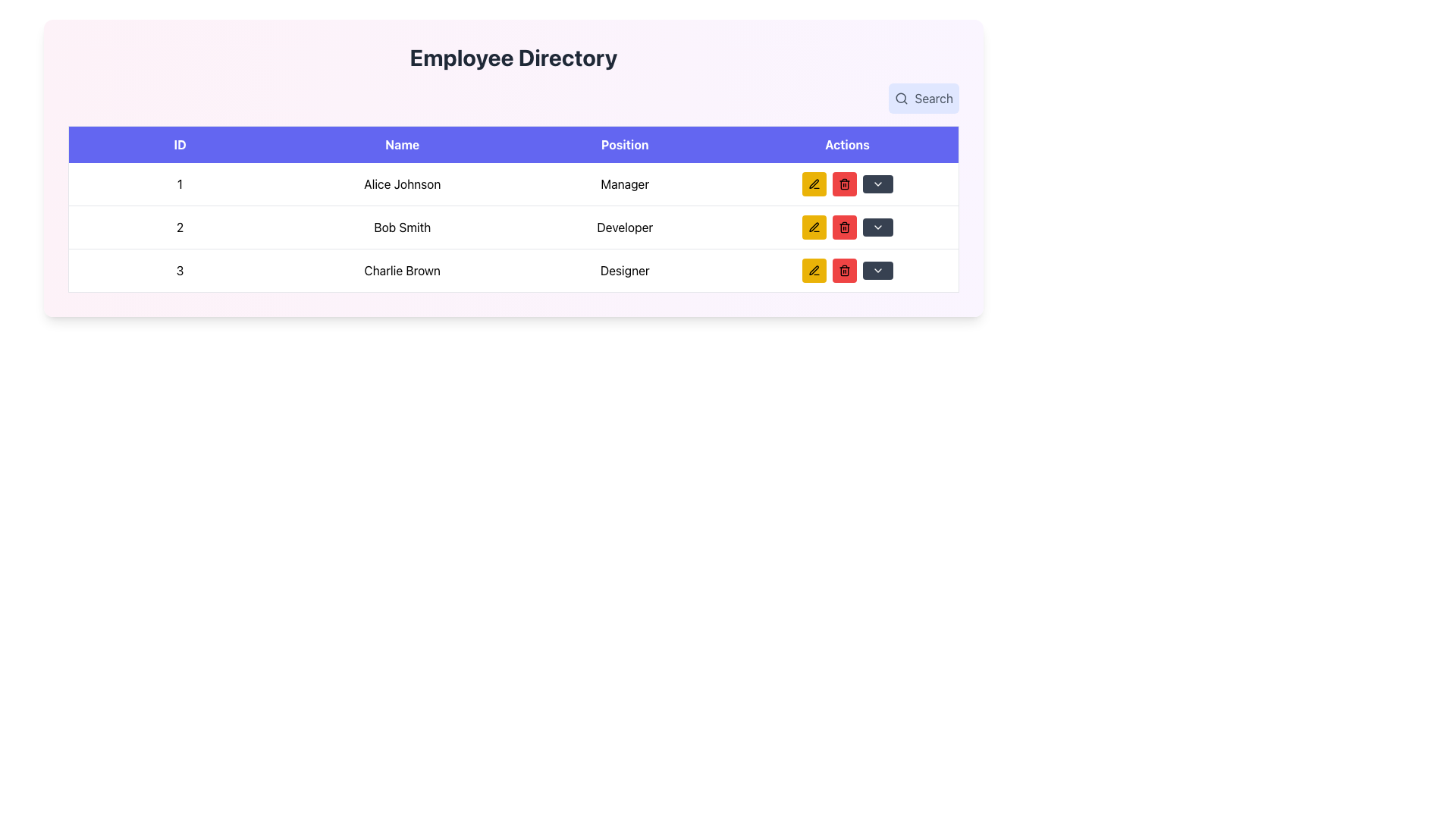 The width and height of the screenshot is (1456, 819). What do you see at coordinates (877, 270) in the screenshot?
I see `the dark gray rectangular button with rounded corners and a white downward-pointing chevron icon located` at bounding box center [877, 270].